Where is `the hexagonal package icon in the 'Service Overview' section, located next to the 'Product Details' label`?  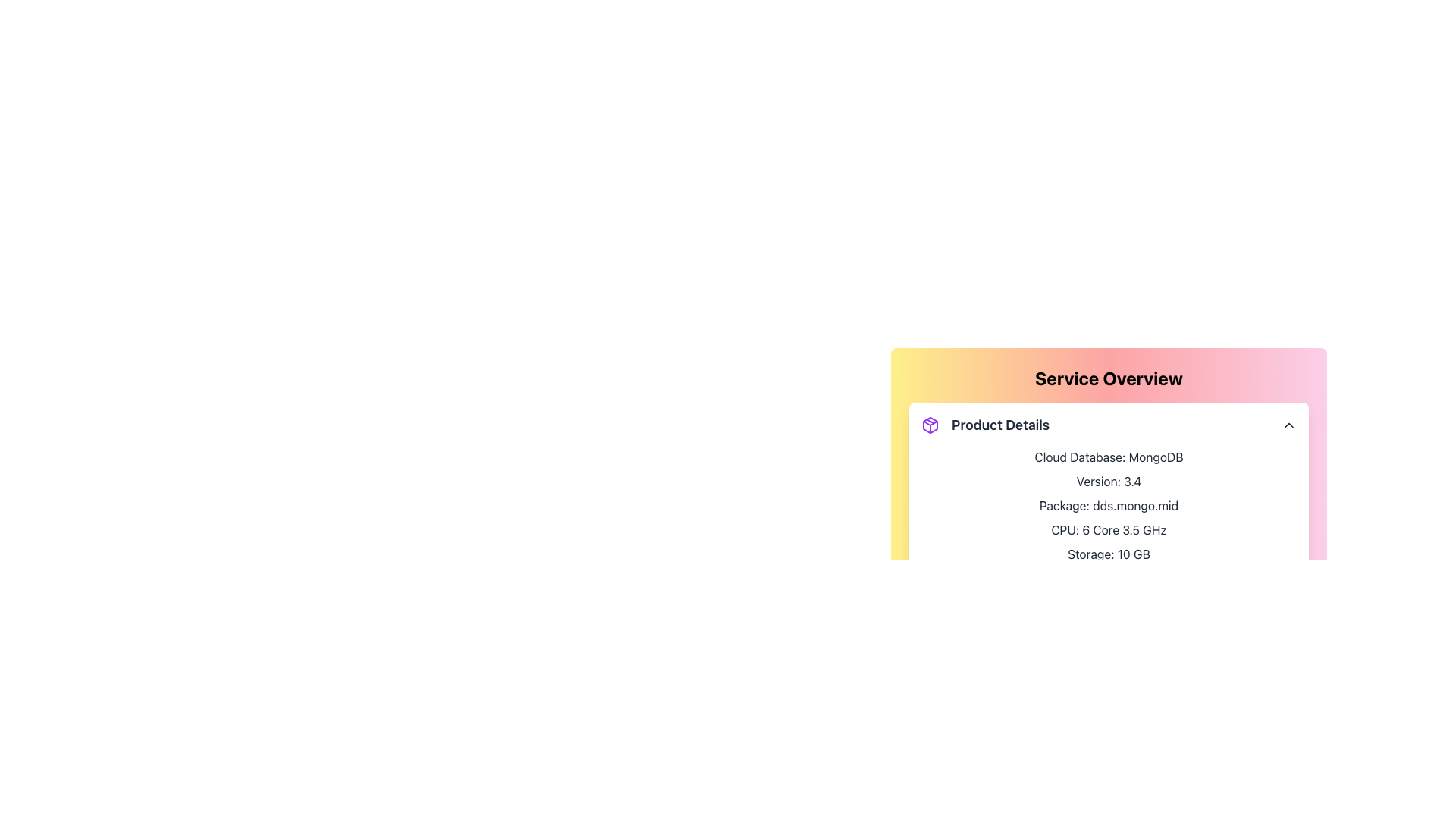
the hexagonal package icon in the 'Service Overview' section, located next to the 'Product Details' label is located at coordinates (930, 425).